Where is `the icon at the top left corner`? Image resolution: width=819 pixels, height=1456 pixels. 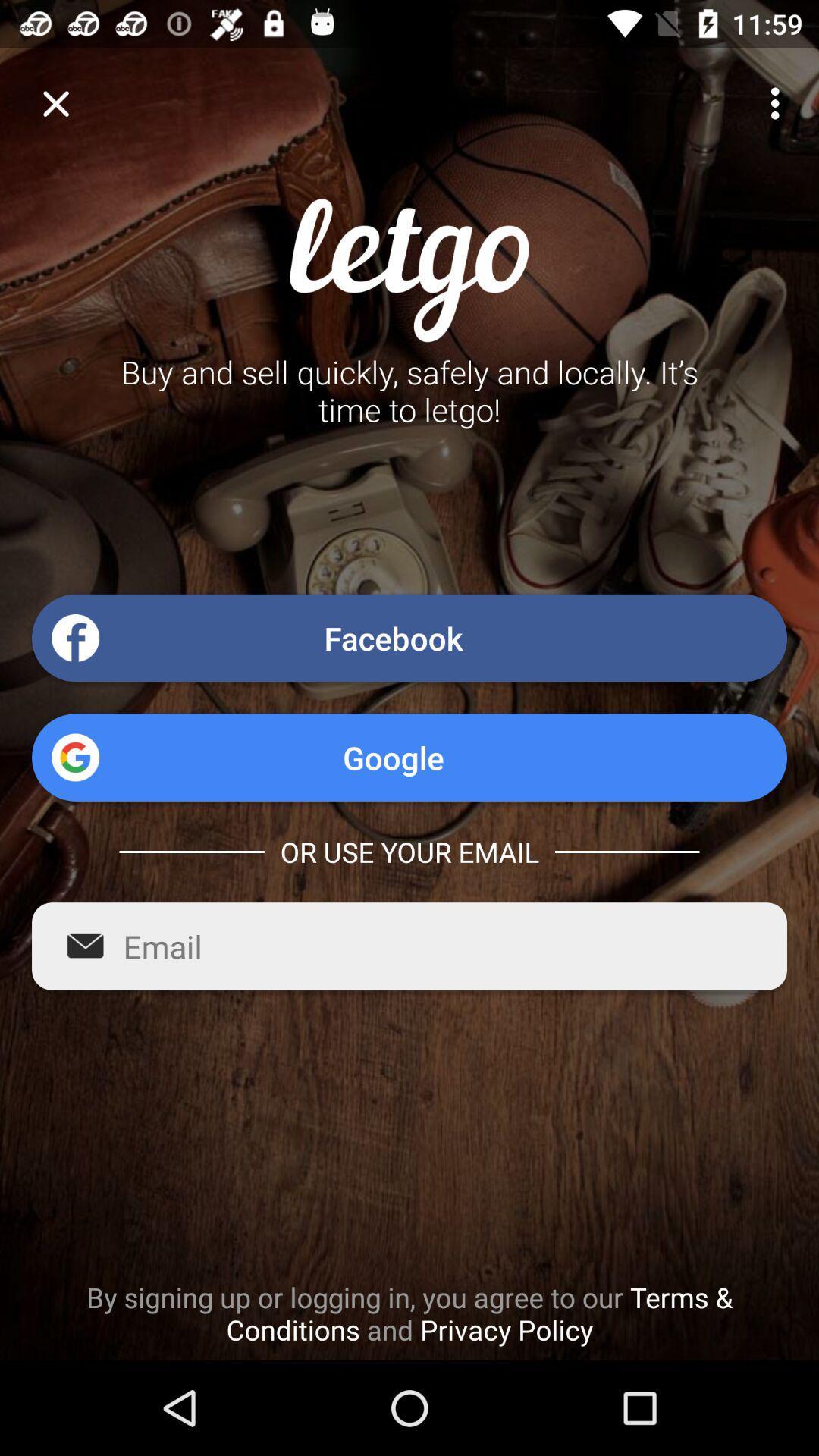
the icon at the top left corner is located at coordinates (55, 102).